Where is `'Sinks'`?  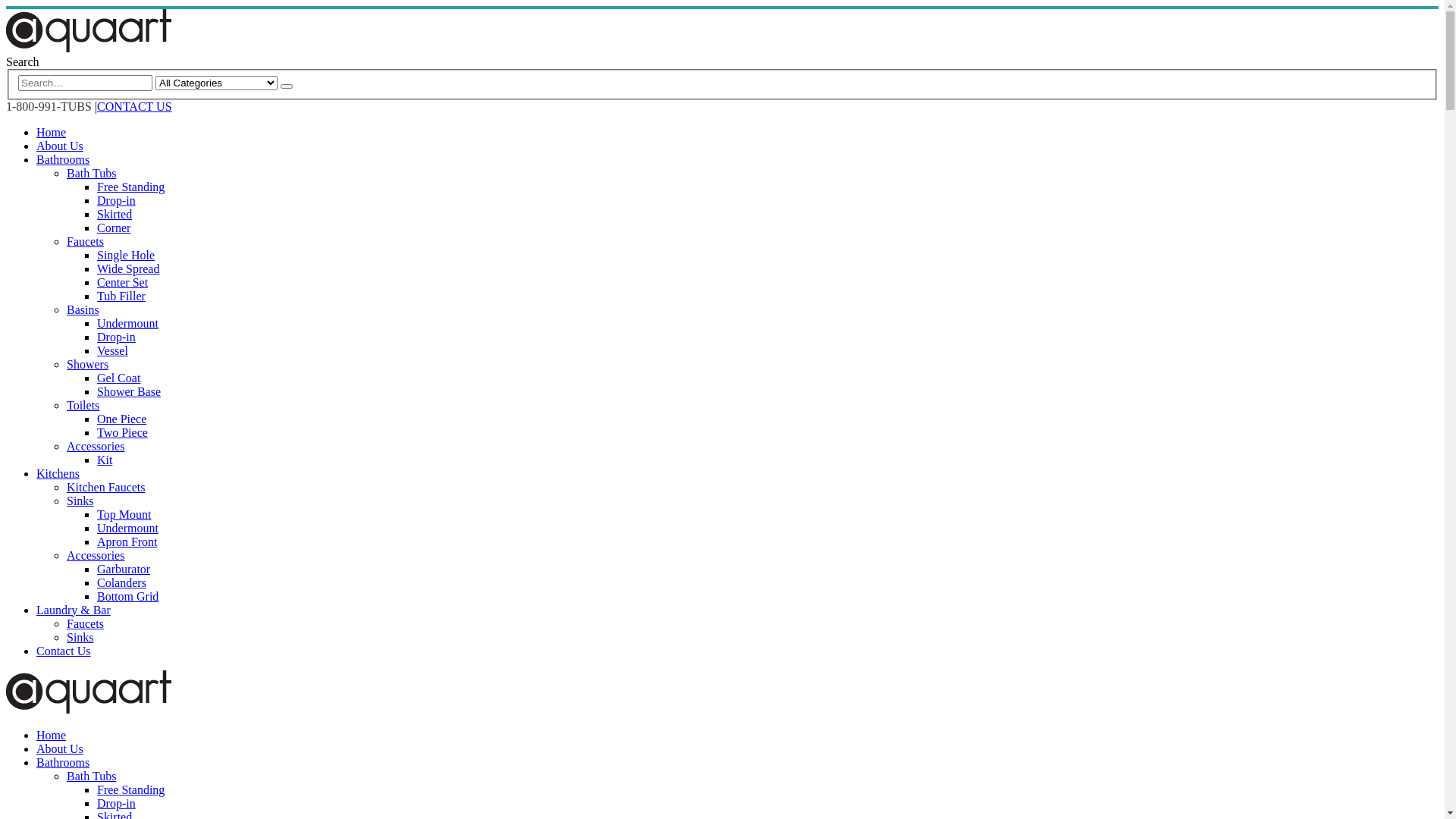
'Sinks' is located at coordinates (79, 637).